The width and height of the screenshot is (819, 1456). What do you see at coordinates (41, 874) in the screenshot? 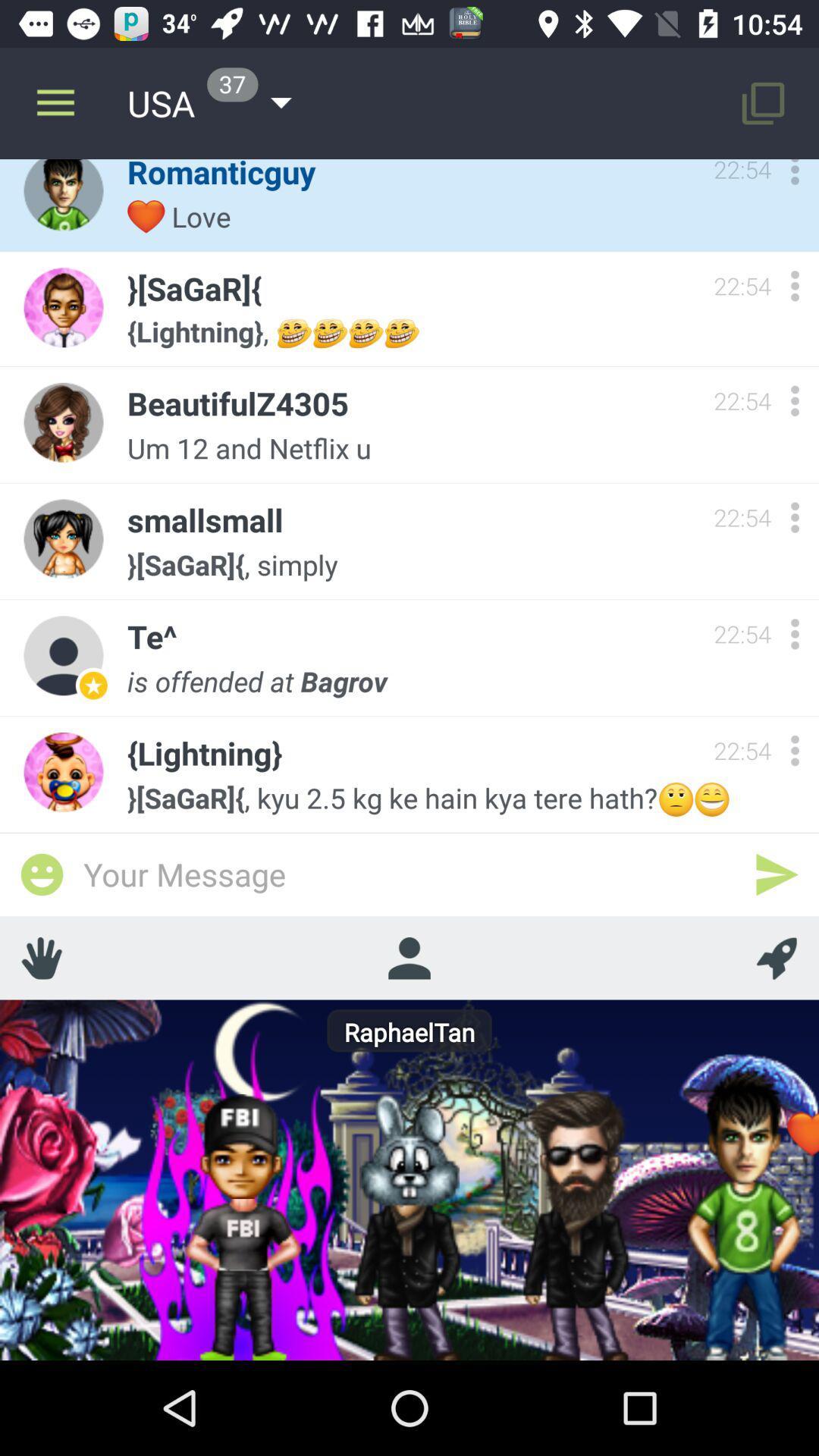
I see `emoji icon` at bounding box center [41, 874].